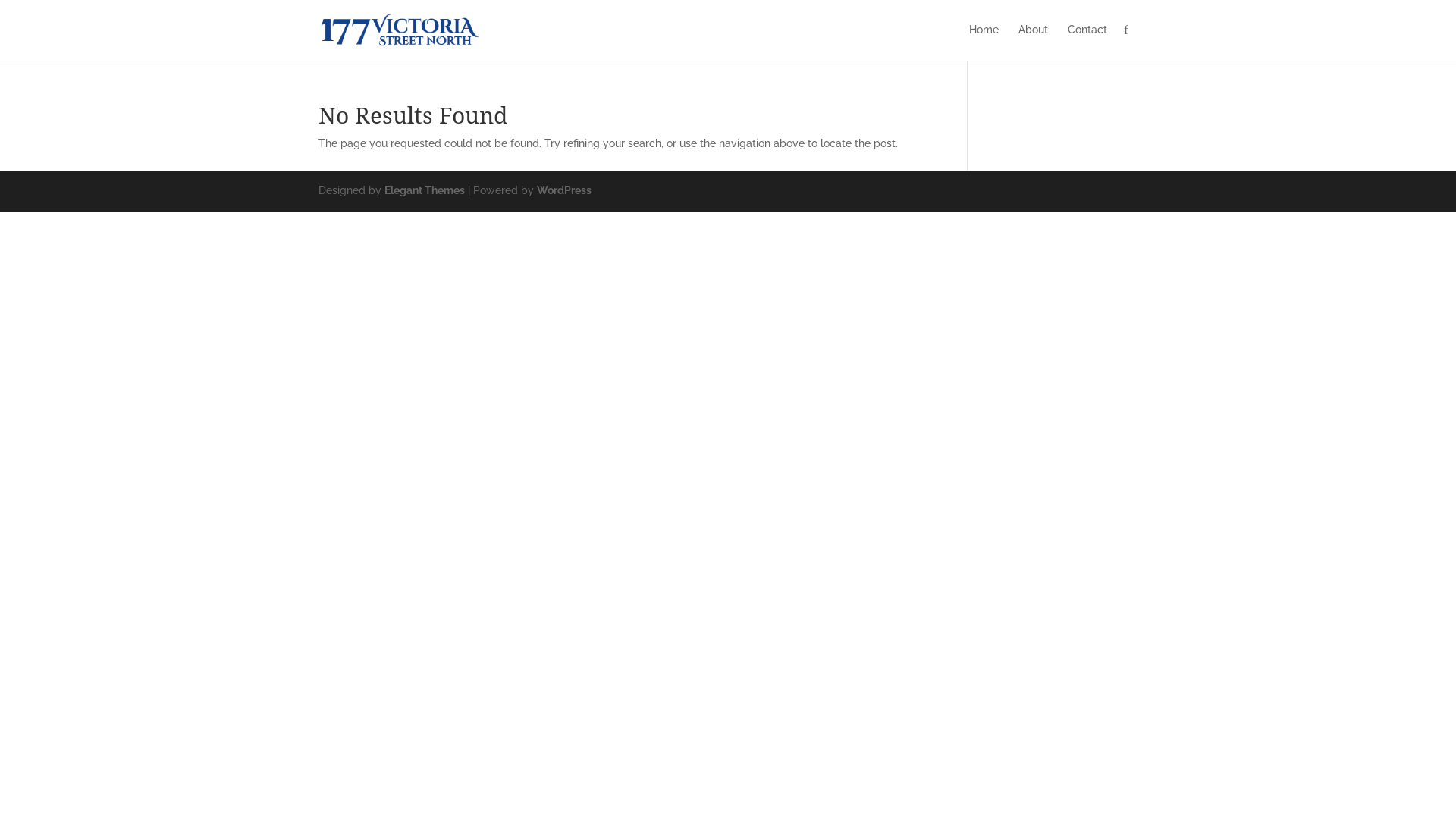 This screenshot has height=819, width=1456. Describe the element at coordinates (1032, 40) in the screenshot. I see `'About'` at that location.